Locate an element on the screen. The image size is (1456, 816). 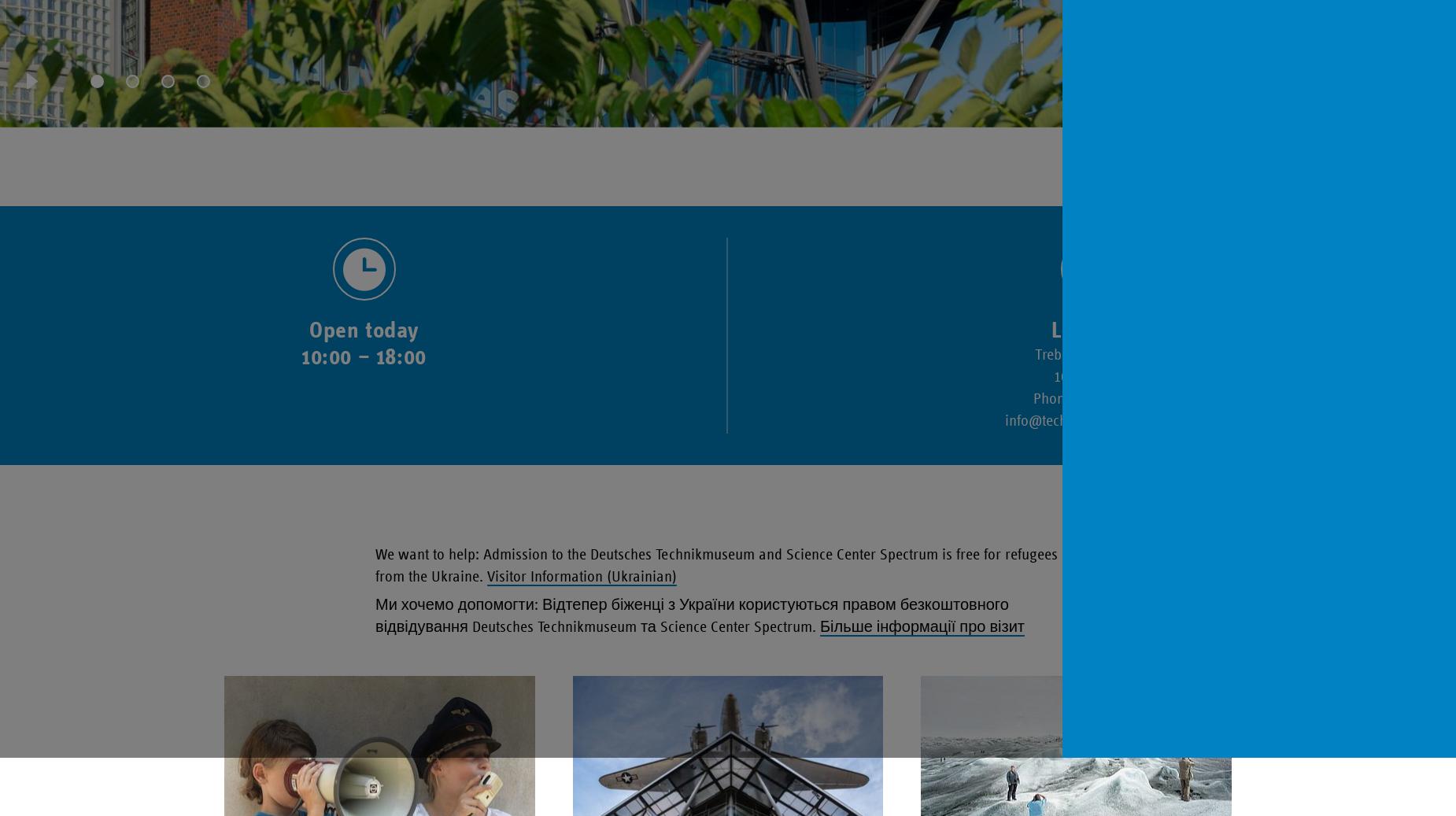
'jump to content 1' is located at coordinates (59, 50).